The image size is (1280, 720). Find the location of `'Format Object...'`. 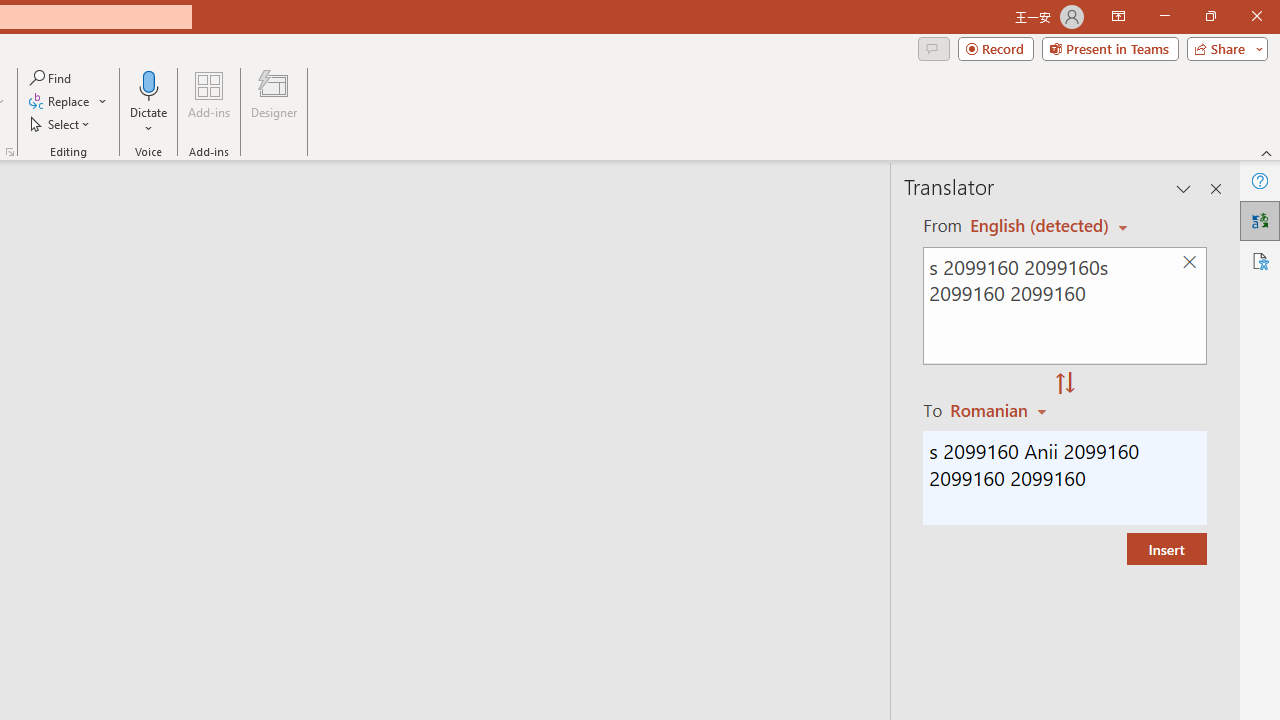

'Format Object...' is located at coordinates (10, 150).